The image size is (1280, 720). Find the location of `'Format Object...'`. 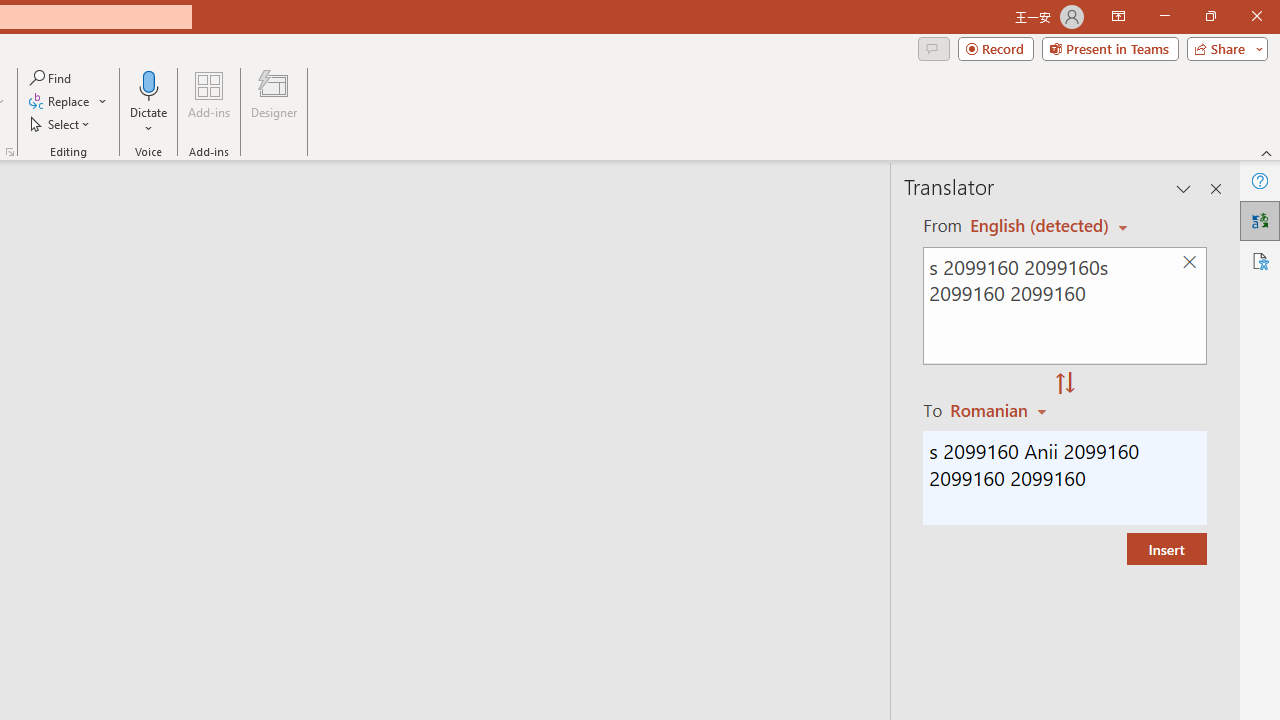

'Format Object...' is located at coordinates (10, 150).